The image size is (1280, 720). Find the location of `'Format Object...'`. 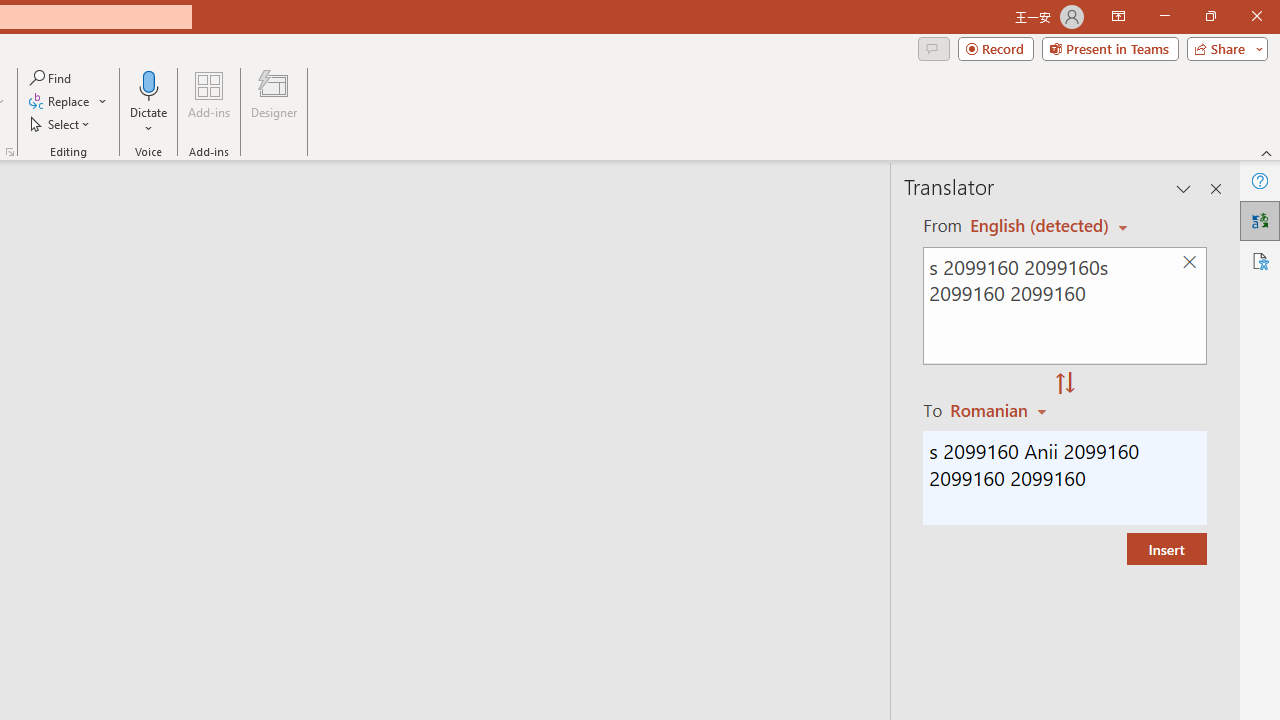

'Format Object...' is located at coordinates (10, 150).